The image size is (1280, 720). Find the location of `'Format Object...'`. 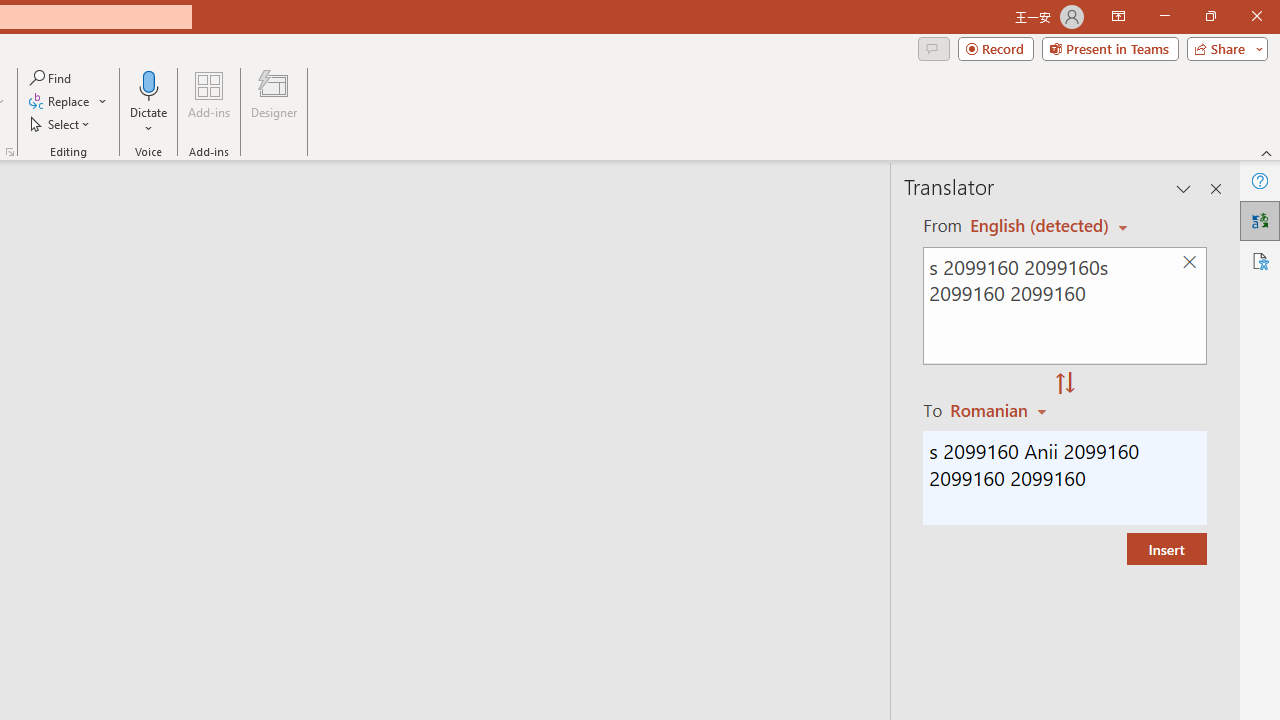

'Format Object...' is located at coordinates (10, 150).